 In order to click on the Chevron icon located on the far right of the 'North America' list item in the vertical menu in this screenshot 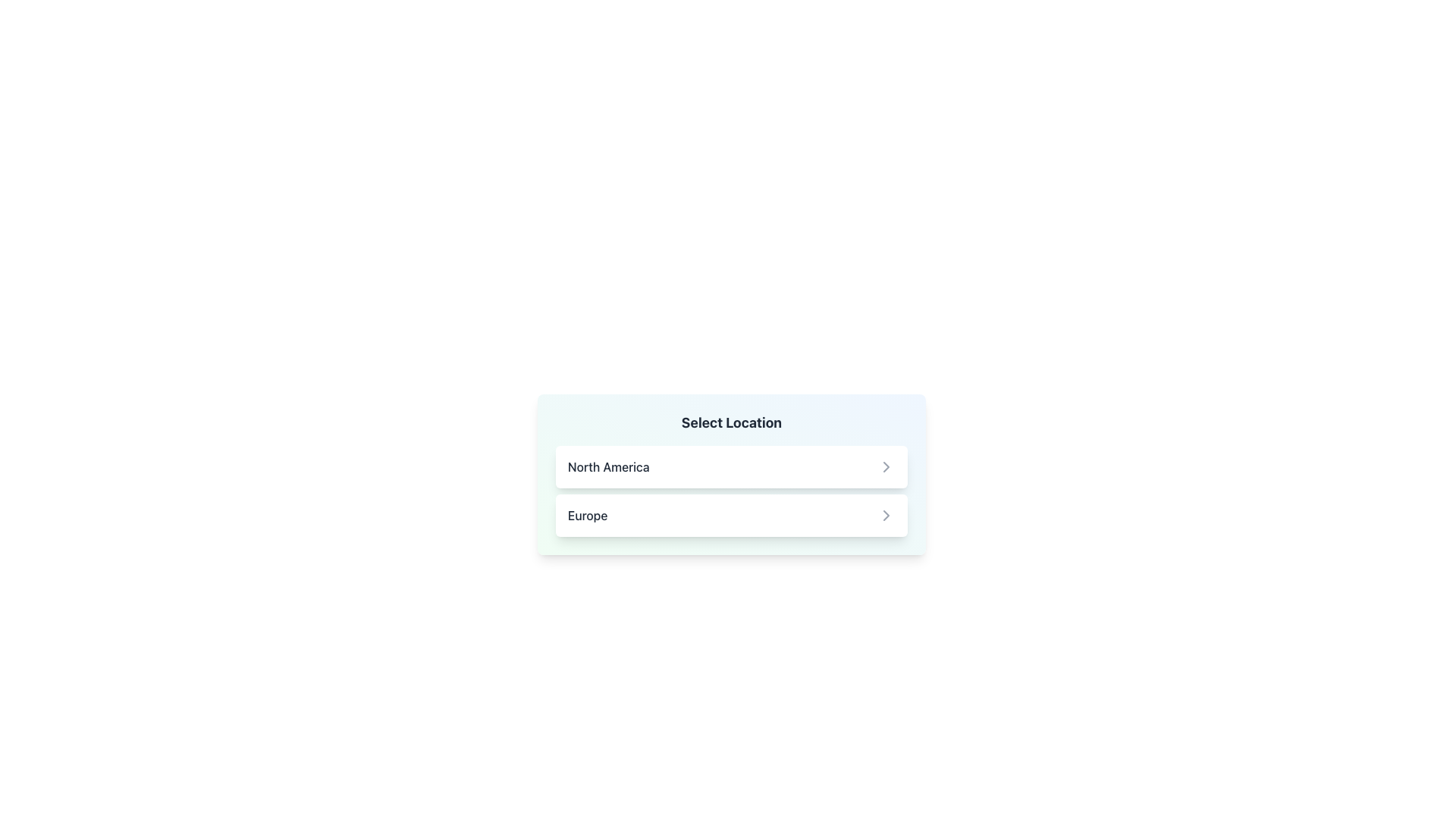, I will do `click(886, 466)`.